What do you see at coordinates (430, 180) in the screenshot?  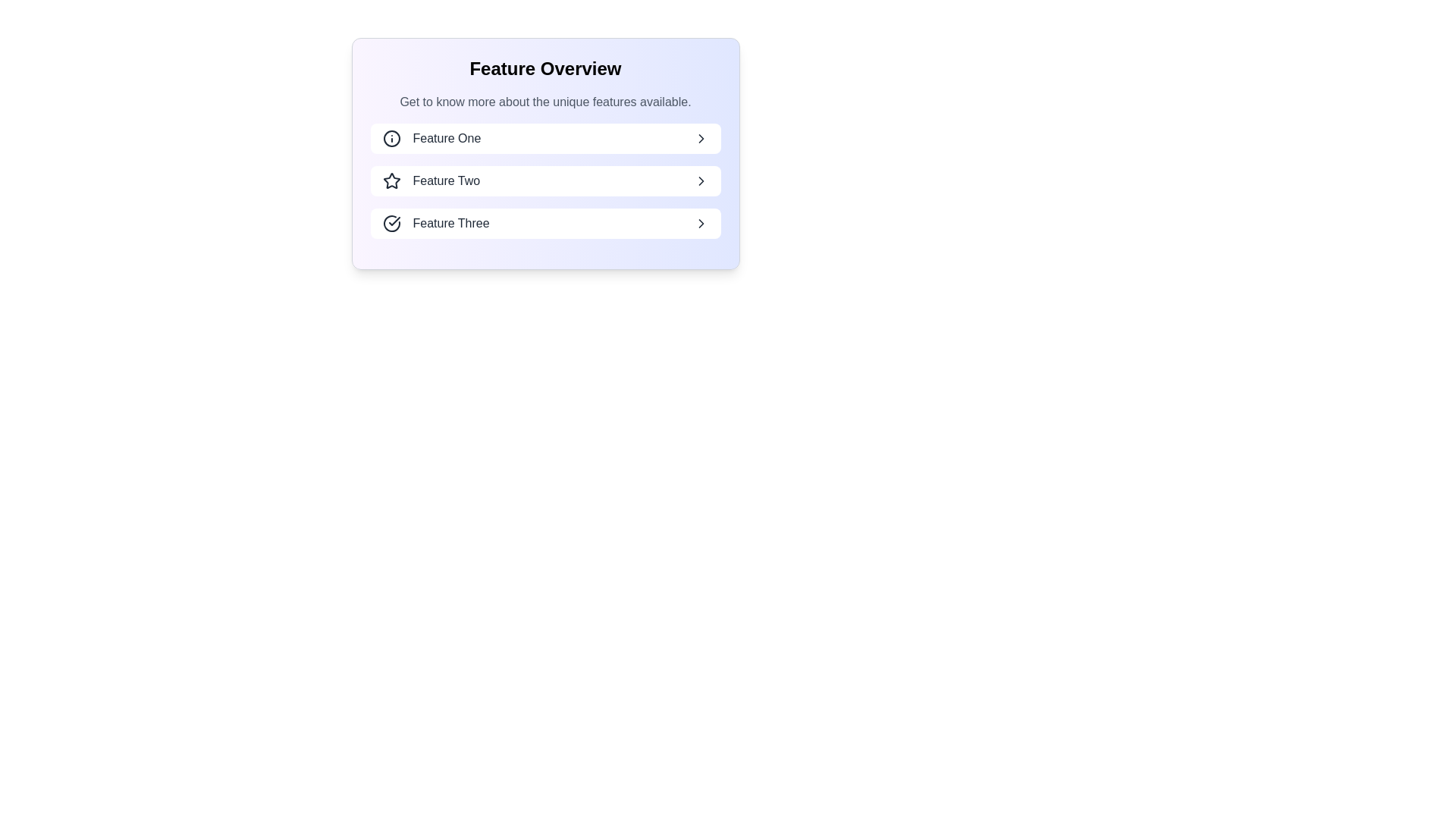 I see `the selectable list item labeled 'Feature Two', which is positioned between 'Feature One' and 'Feature Three' in the vertical list` at bounding box center [430, 180].